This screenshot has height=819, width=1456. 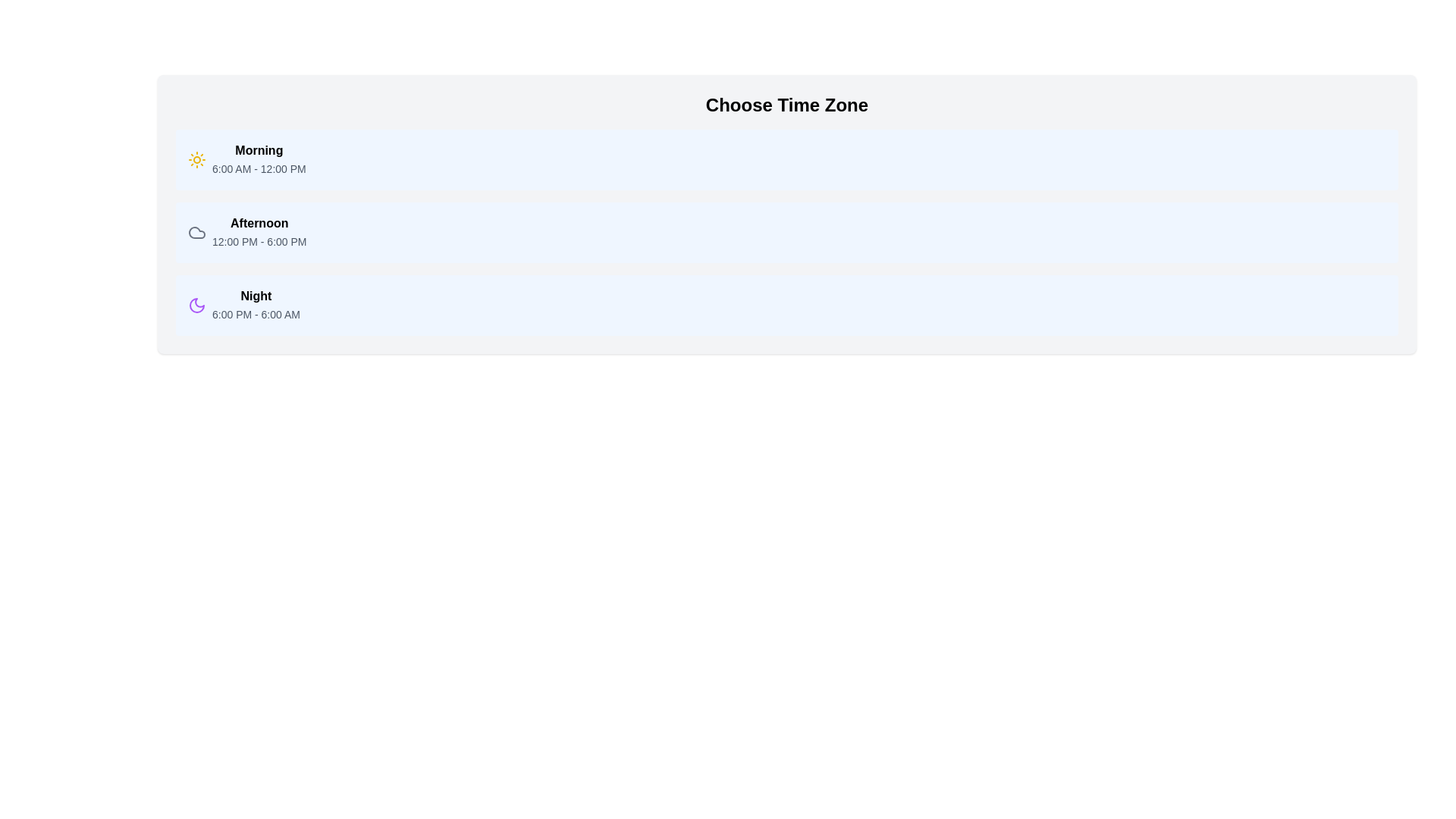 What do you see at coordinates (259, 223) in the screenshot?
I see `the 'Afternoon' time range title text label, which is positioned between the 'Morning' and 'Night' options in the three-option list` at bounding box center [259, 223].